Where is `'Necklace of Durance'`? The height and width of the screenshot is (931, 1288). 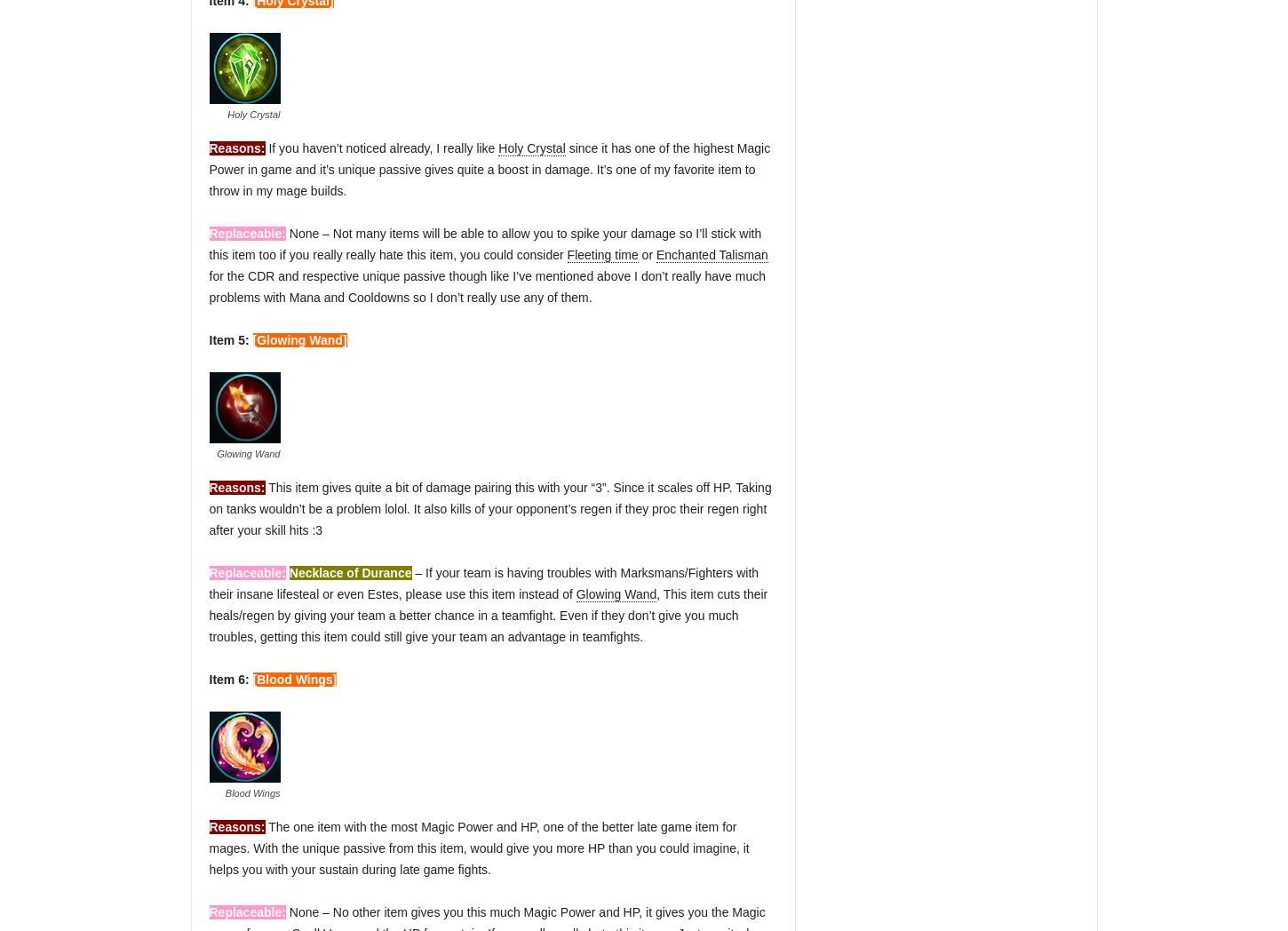
'Necklace of Durance' is located at coordinates (348, 572).